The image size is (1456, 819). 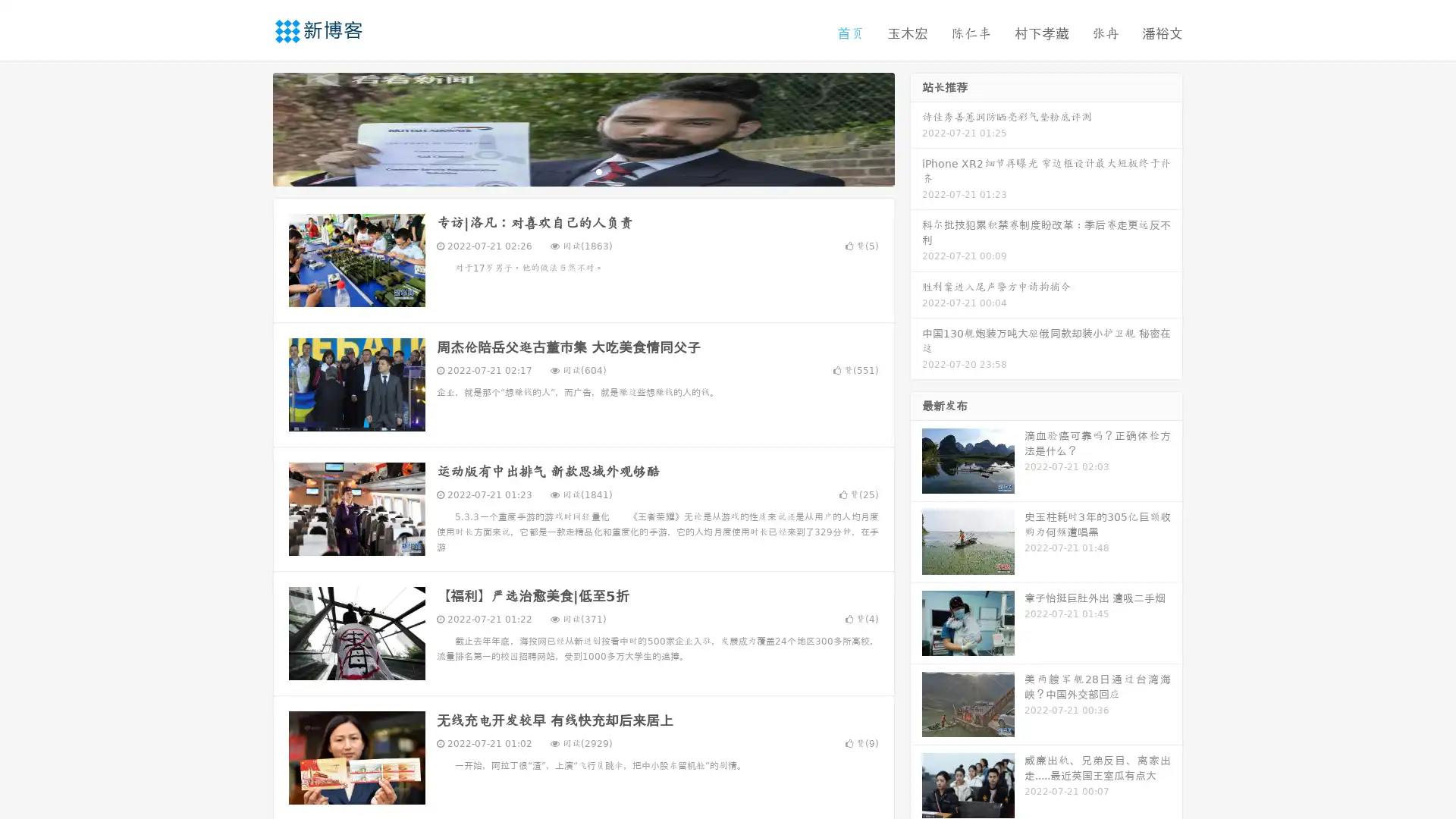 What do you see at coordinates (567, 171) in the screenshot?
I see `Go to slide 1` at bounding box center [567, 171].